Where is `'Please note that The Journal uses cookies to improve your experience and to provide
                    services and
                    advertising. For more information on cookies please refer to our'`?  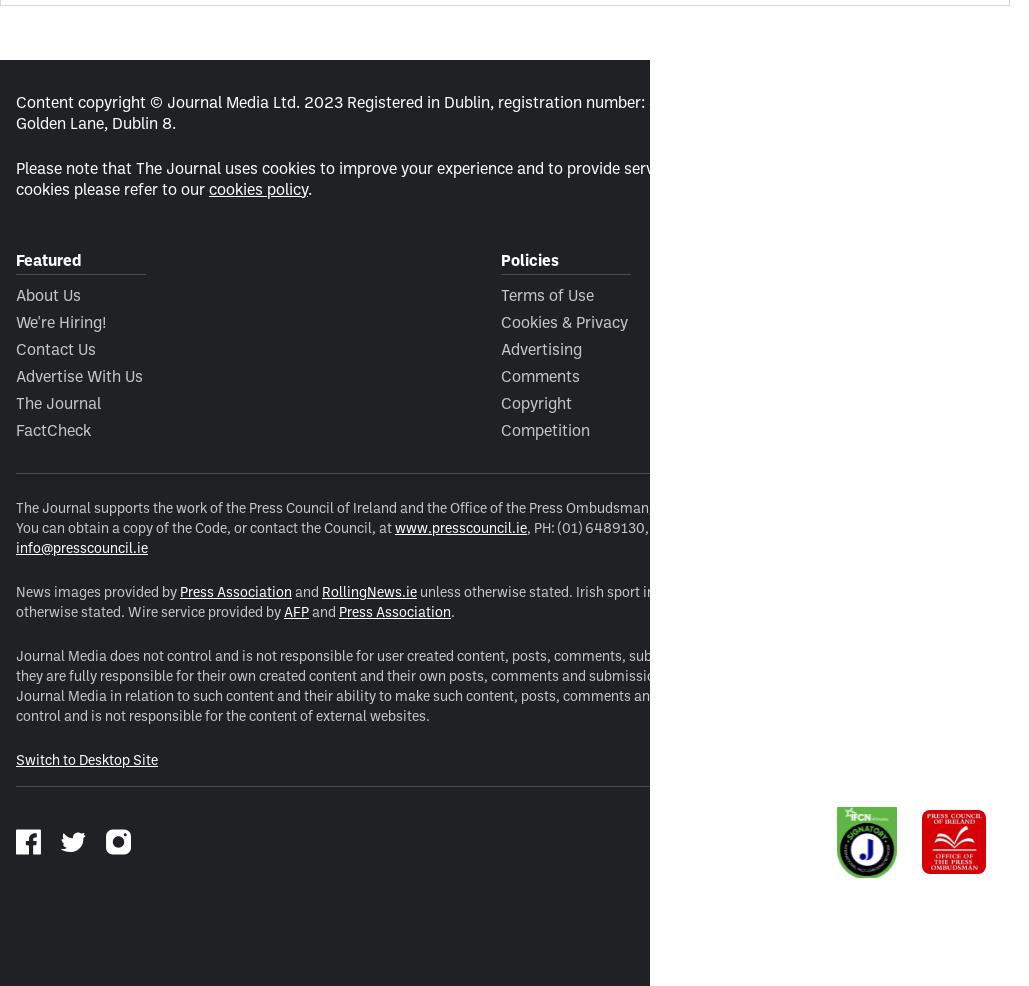
'Please note that The Journal uses cookies to improve your experience and to provide
                    services and
                    advertising. For more information on cookies please refer to our' is located at coordinates (498, 176).